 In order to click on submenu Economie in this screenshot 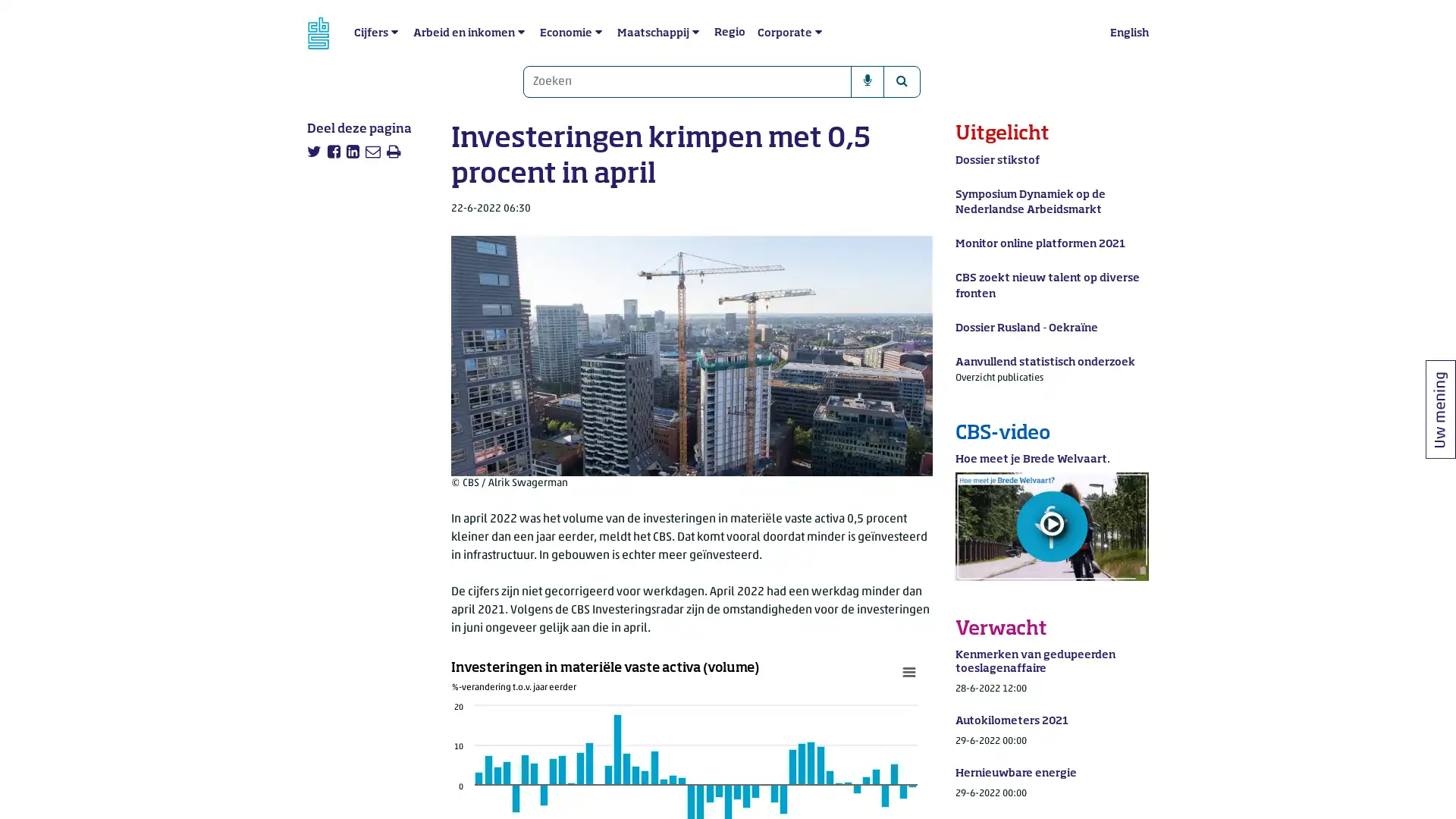, I will do `click(598, 32)`.